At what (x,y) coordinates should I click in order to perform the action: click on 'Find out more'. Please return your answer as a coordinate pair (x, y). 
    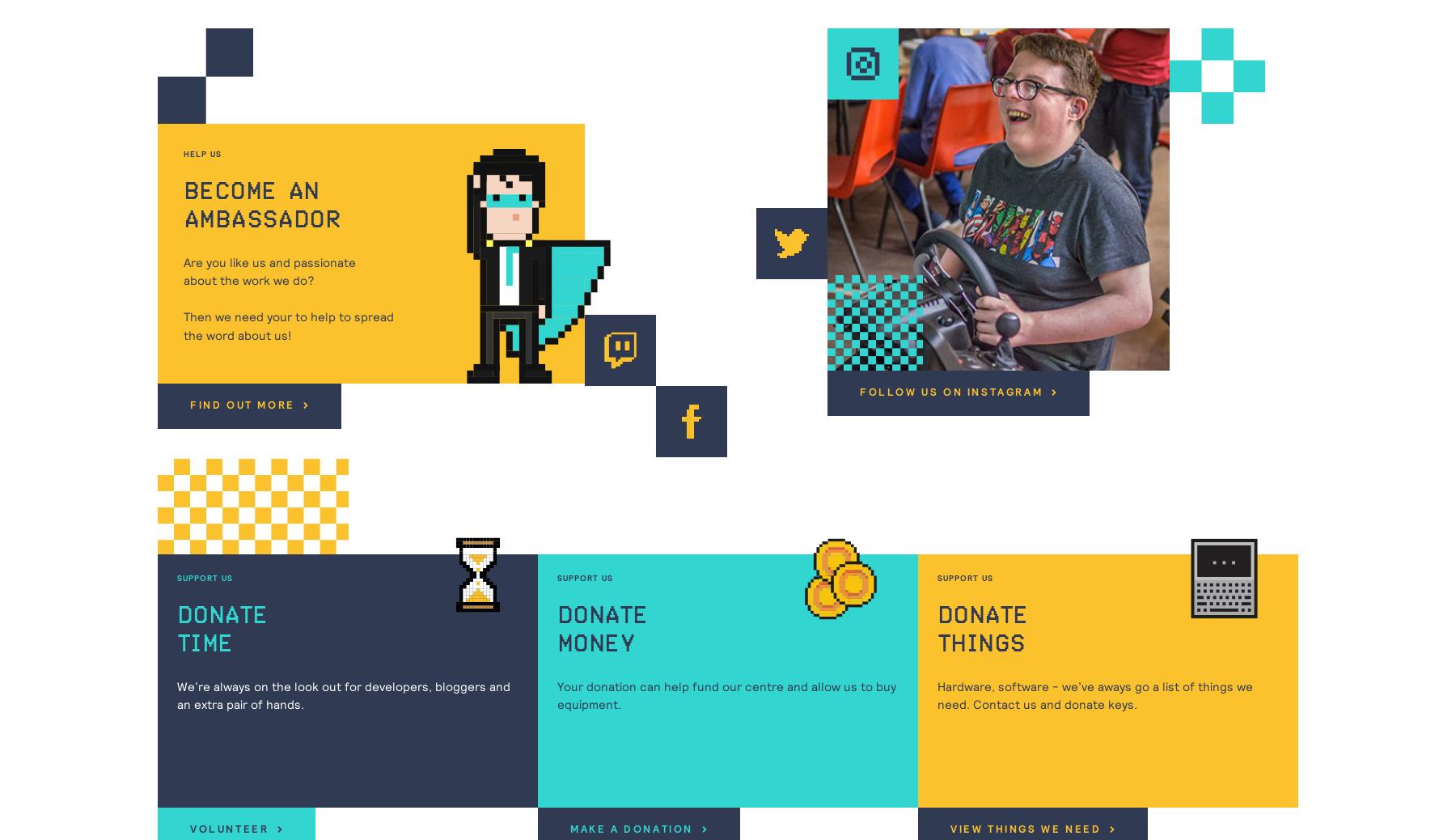
    Looking at the image, I should click on (243, 405).